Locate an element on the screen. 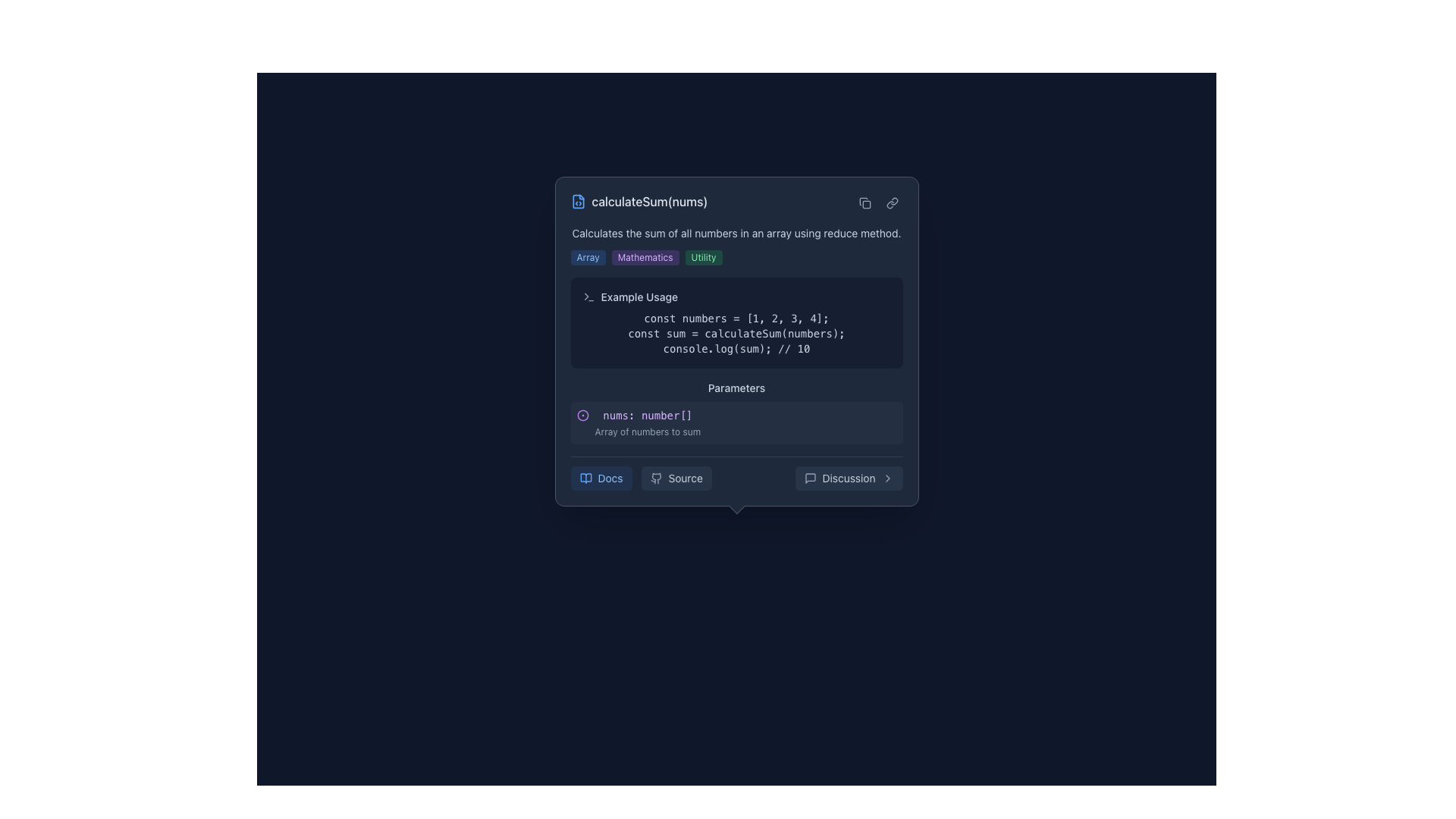 The width and height of the screenshot is (1456, 819). the decorative graphic element located at the bottom center of the modal window, which serves as a visual indicator is located at coordinates (736, 506).